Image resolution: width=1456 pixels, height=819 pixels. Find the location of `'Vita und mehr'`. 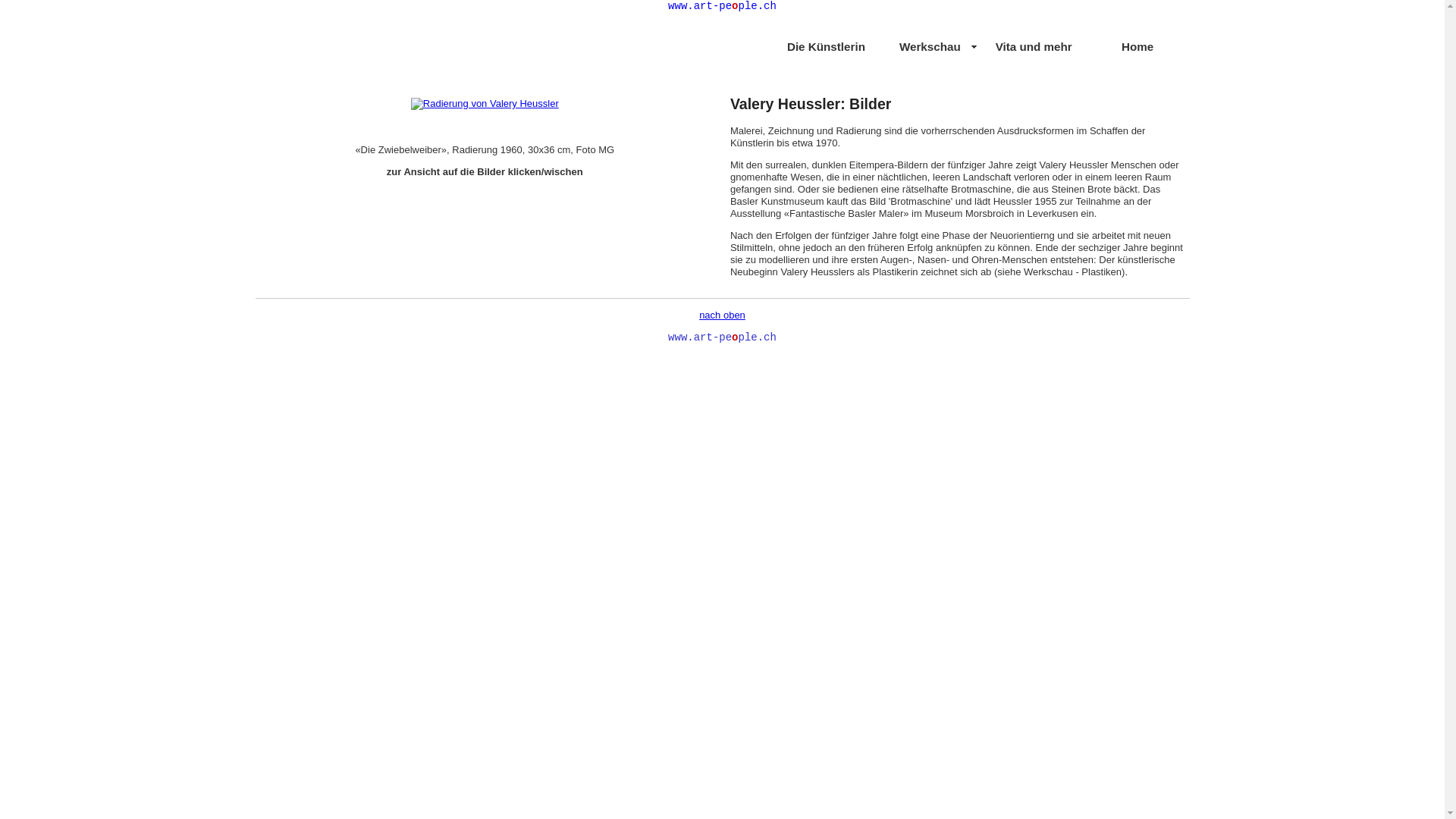

'Vita und mehr' is located at coordinates (1033, 45).